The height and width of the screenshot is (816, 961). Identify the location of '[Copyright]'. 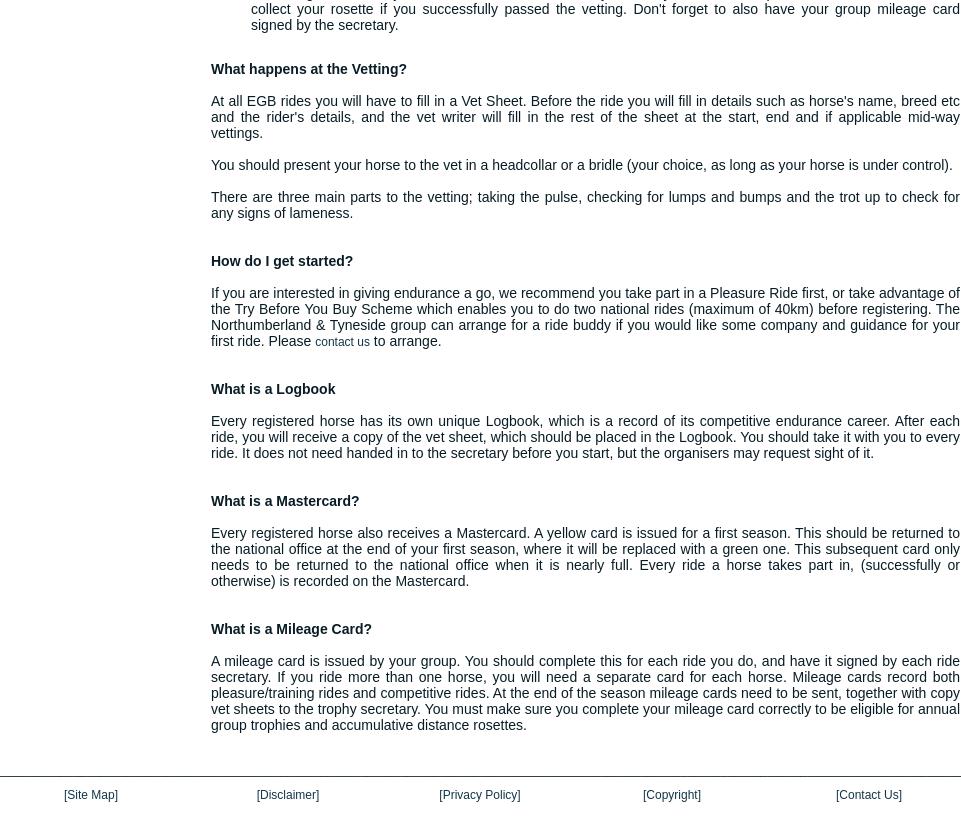
(670, 795).